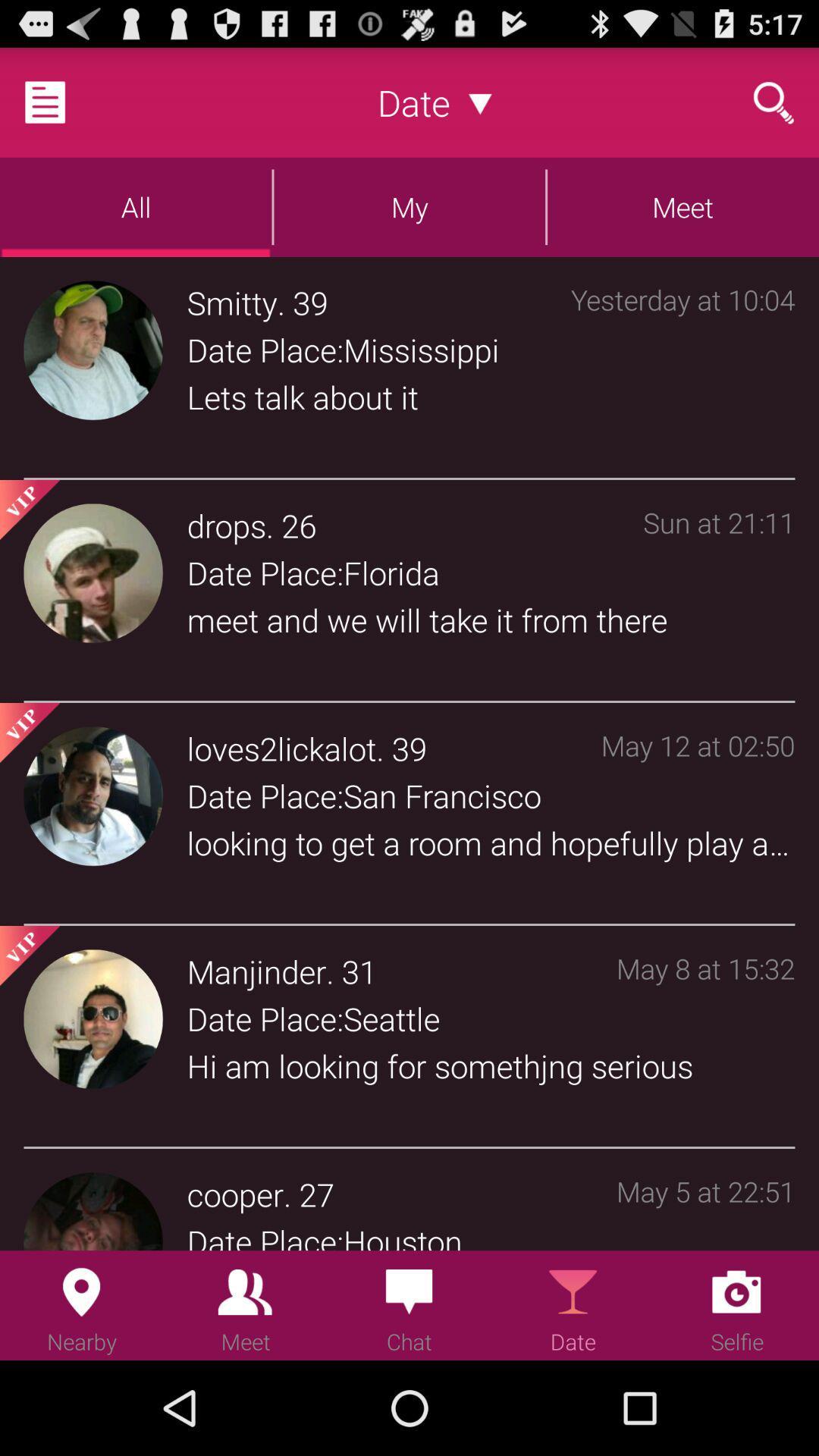  Describe the element at coordinates (63, 101) in the screenshot. I see `menu` at that location.